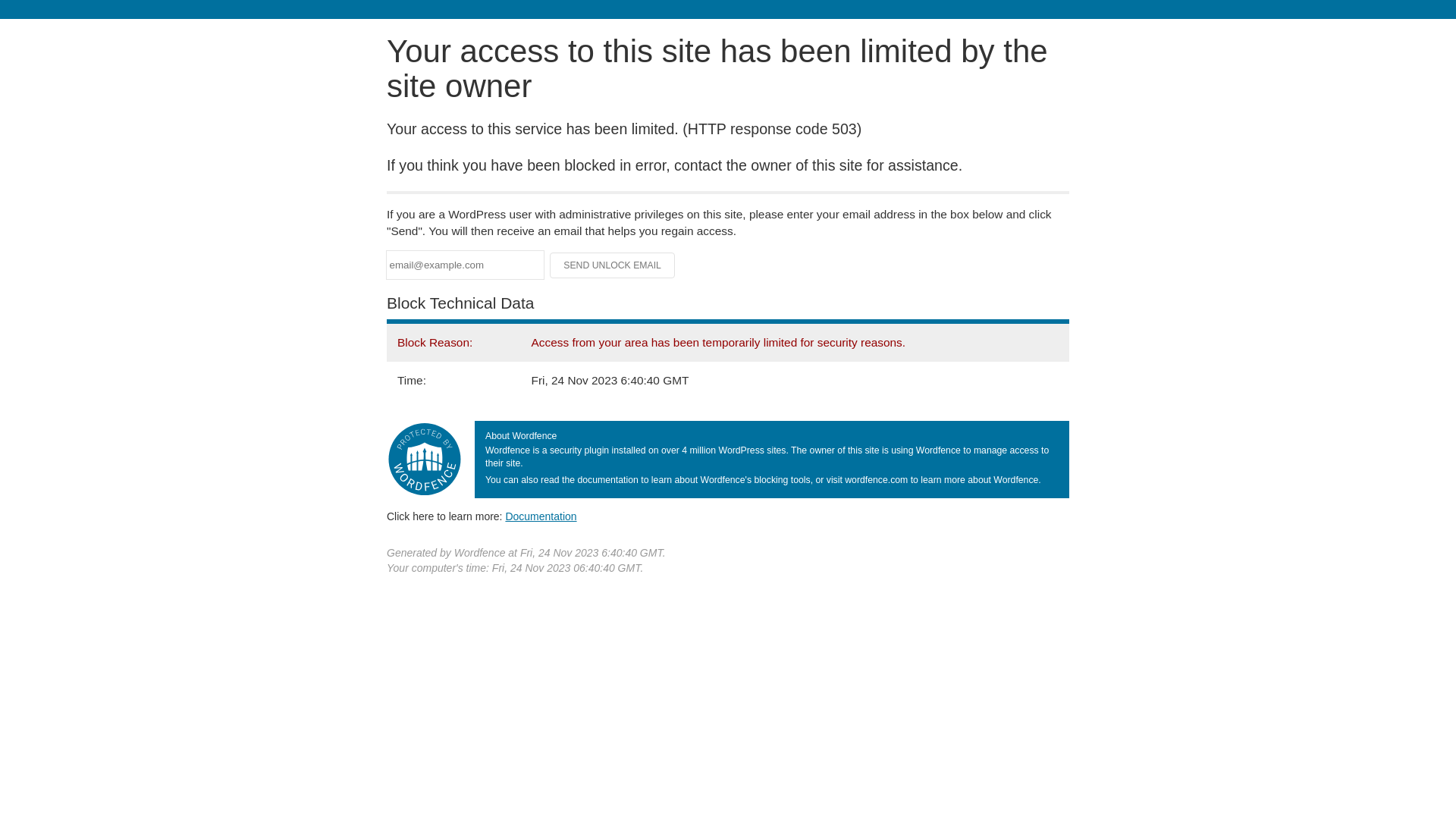  I want to click on 'Documentation', so click(505, 516).